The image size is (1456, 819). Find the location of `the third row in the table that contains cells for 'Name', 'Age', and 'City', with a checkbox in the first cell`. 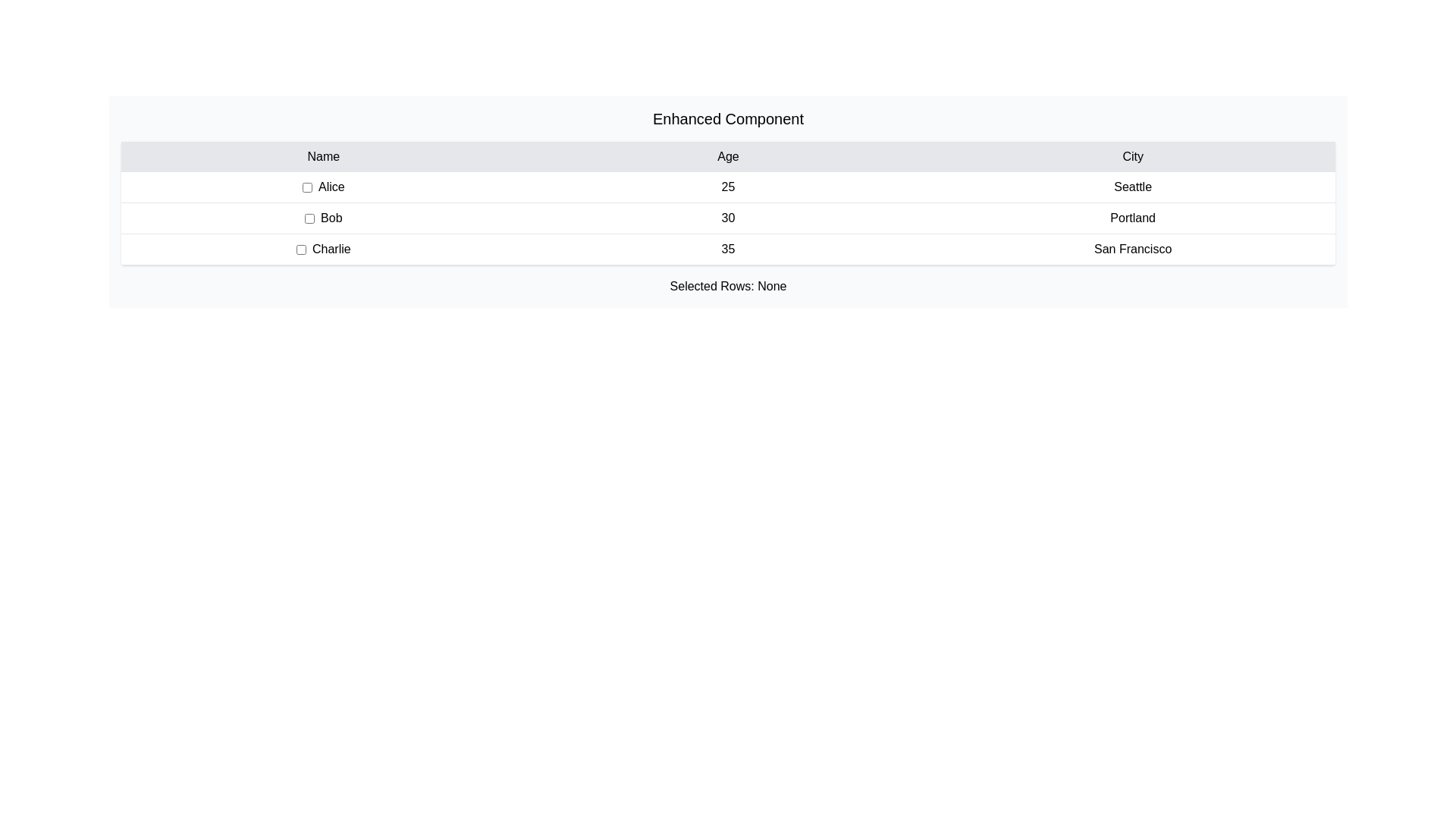

the third row in the table that contains cells for 'Name', 'Age', and 'City', with a checkbox in the first cell is located at coordinates (728, 249).